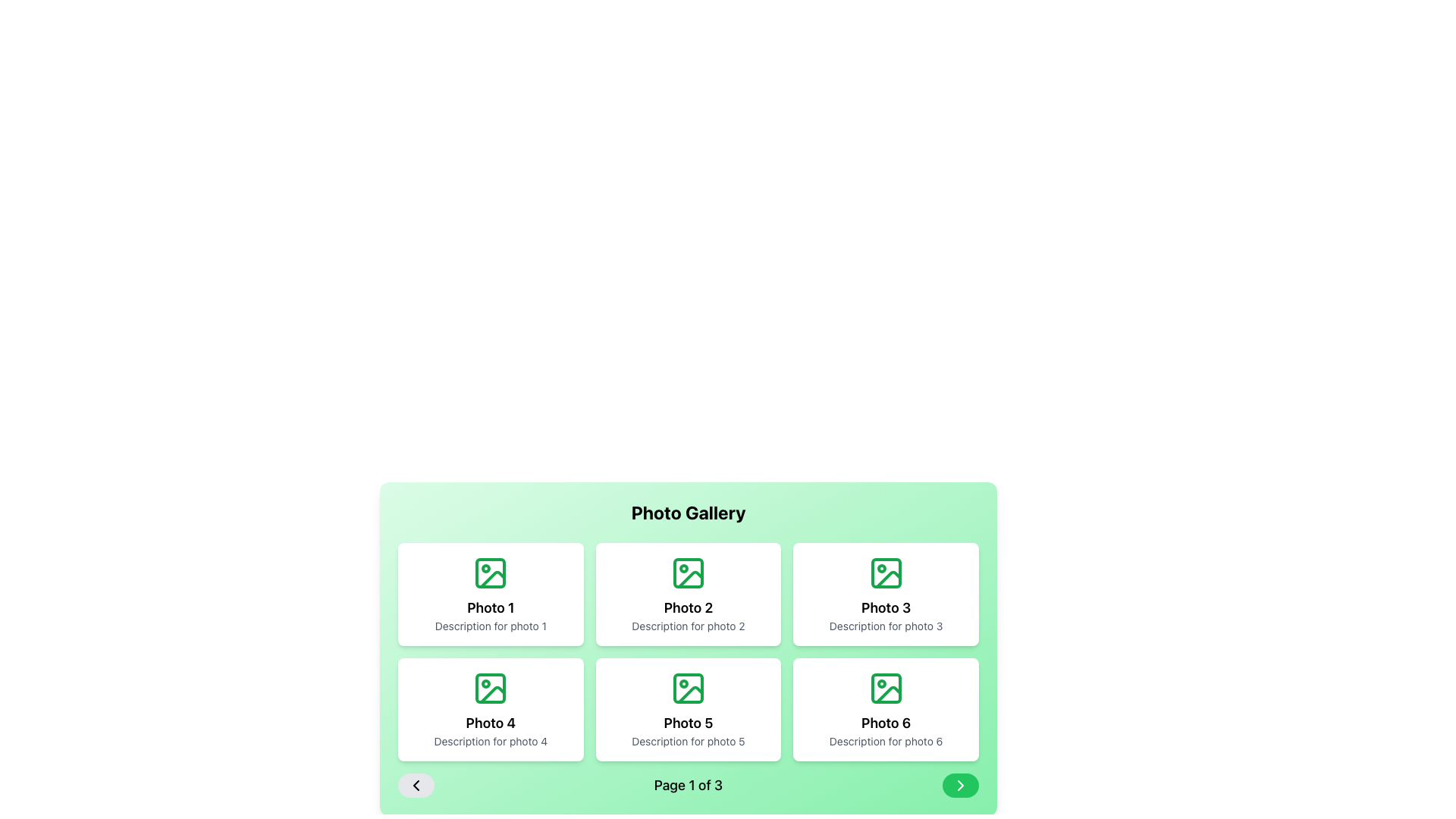  What do you see at coordinates (687, 710) in the screenshot?
I see `the fifth card in the grid layout` at bounding box center [687, 710].